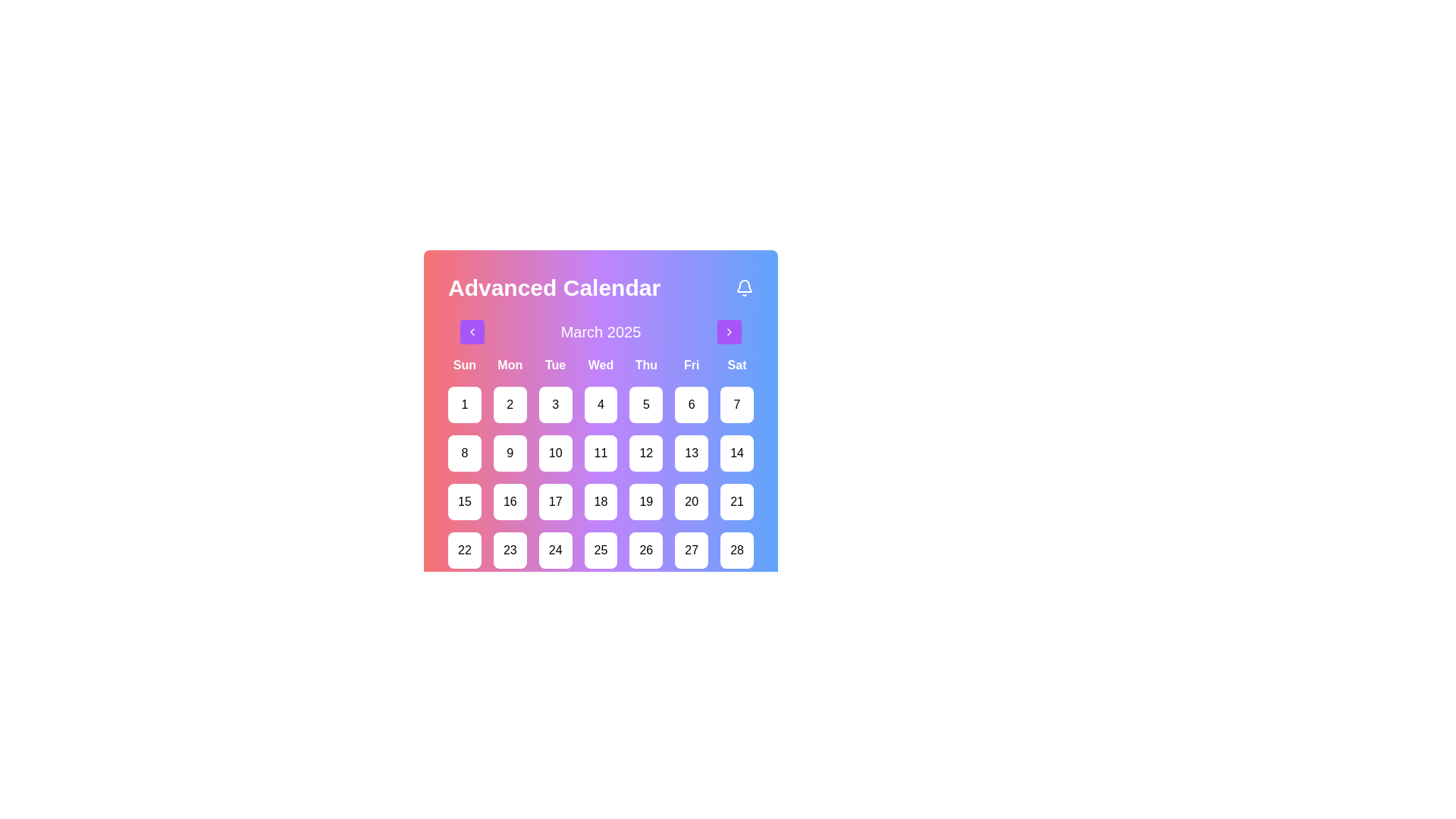 Image resolution: width=1456 pixels, height=819 pixels. I want to click on the calendar day cell for the 18th, which is a square-shaped cell with a white background and the number '18' in black text, so click(600, 502).